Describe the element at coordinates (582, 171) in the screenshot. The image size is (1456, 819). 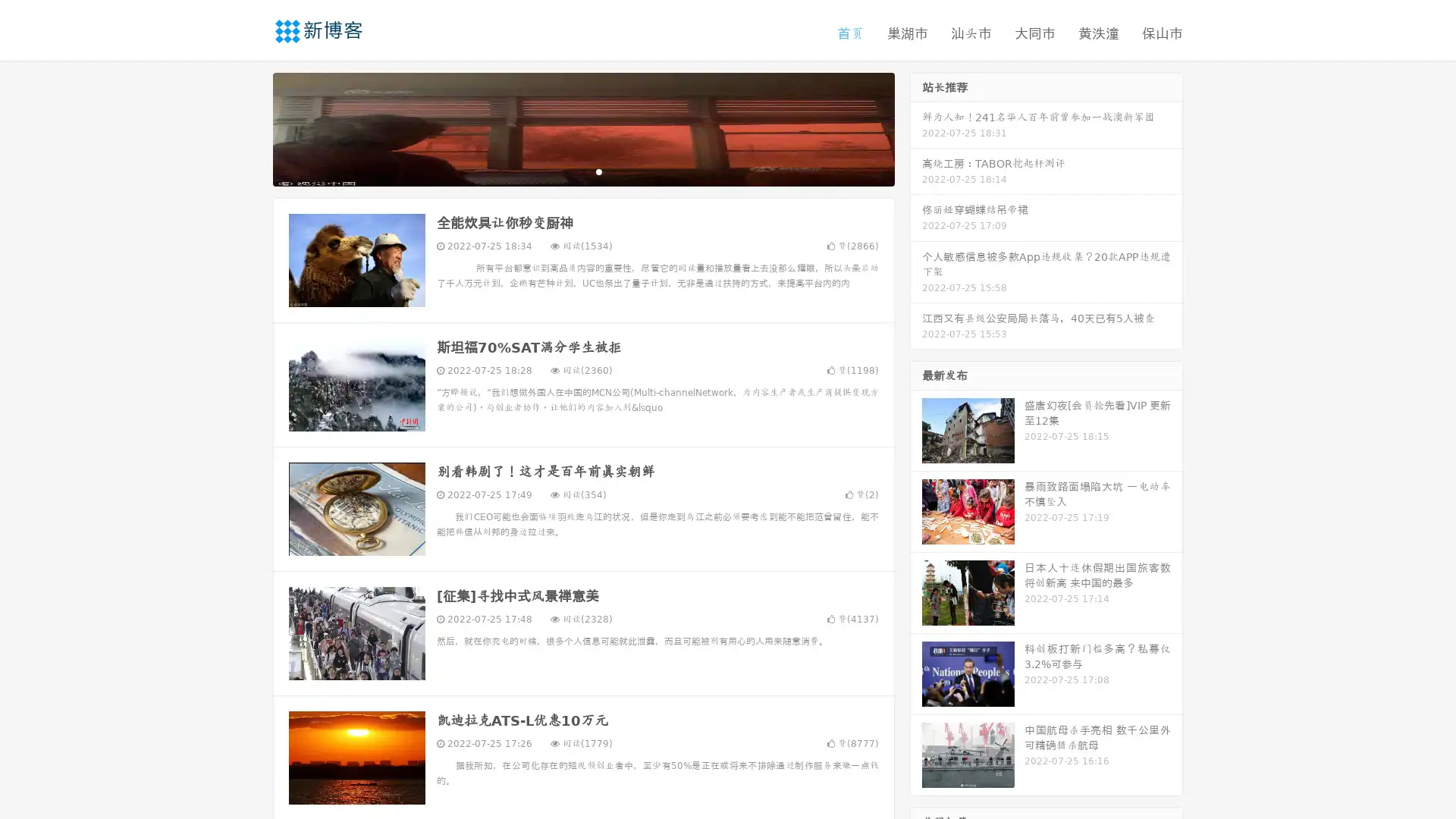
I see `Go to slide 2` at that location.